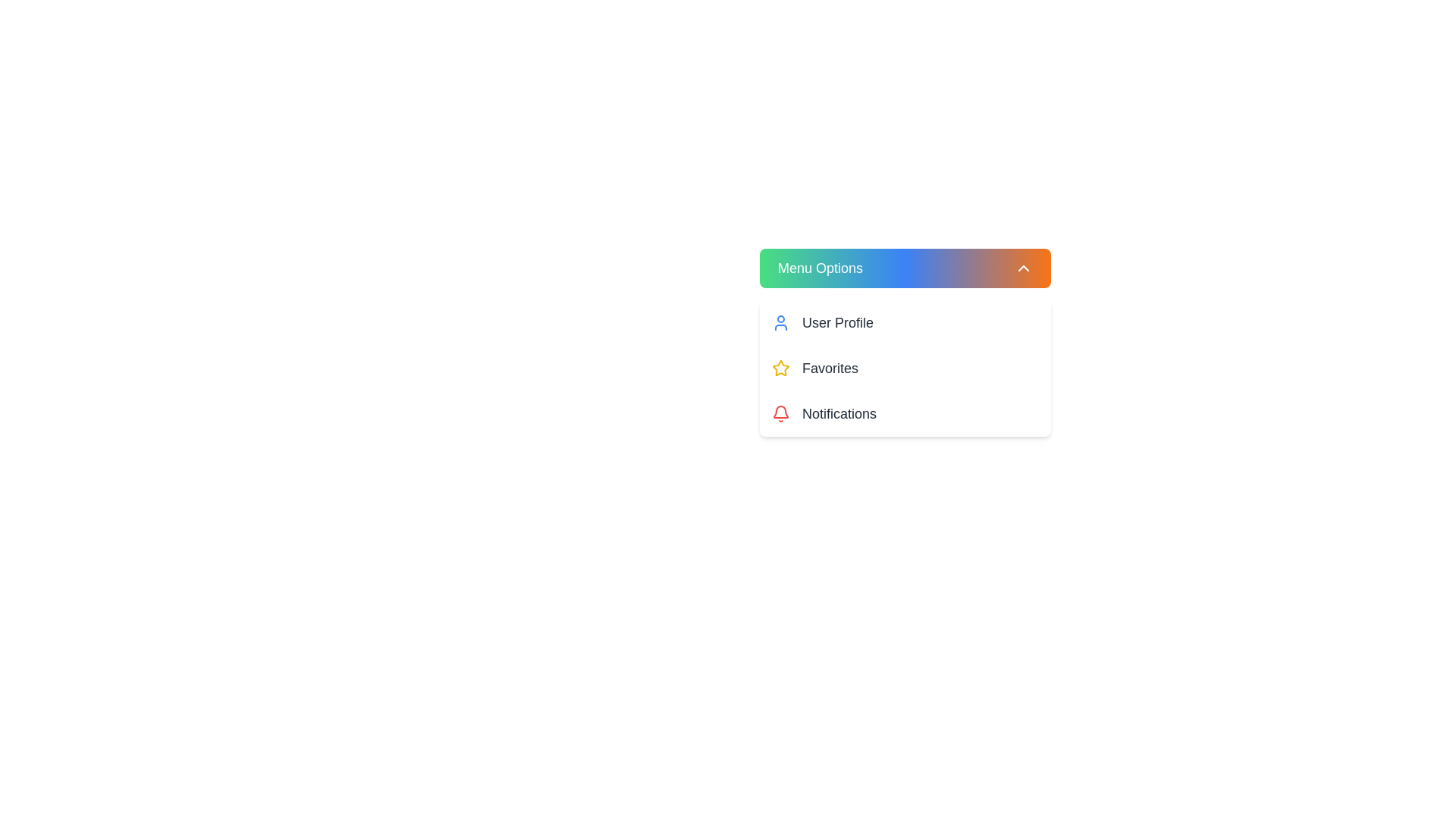  What do you see at coordinates (781, 322) in the screenshot?
I see `the circular user profile icon` at bounding box center [781, 322].